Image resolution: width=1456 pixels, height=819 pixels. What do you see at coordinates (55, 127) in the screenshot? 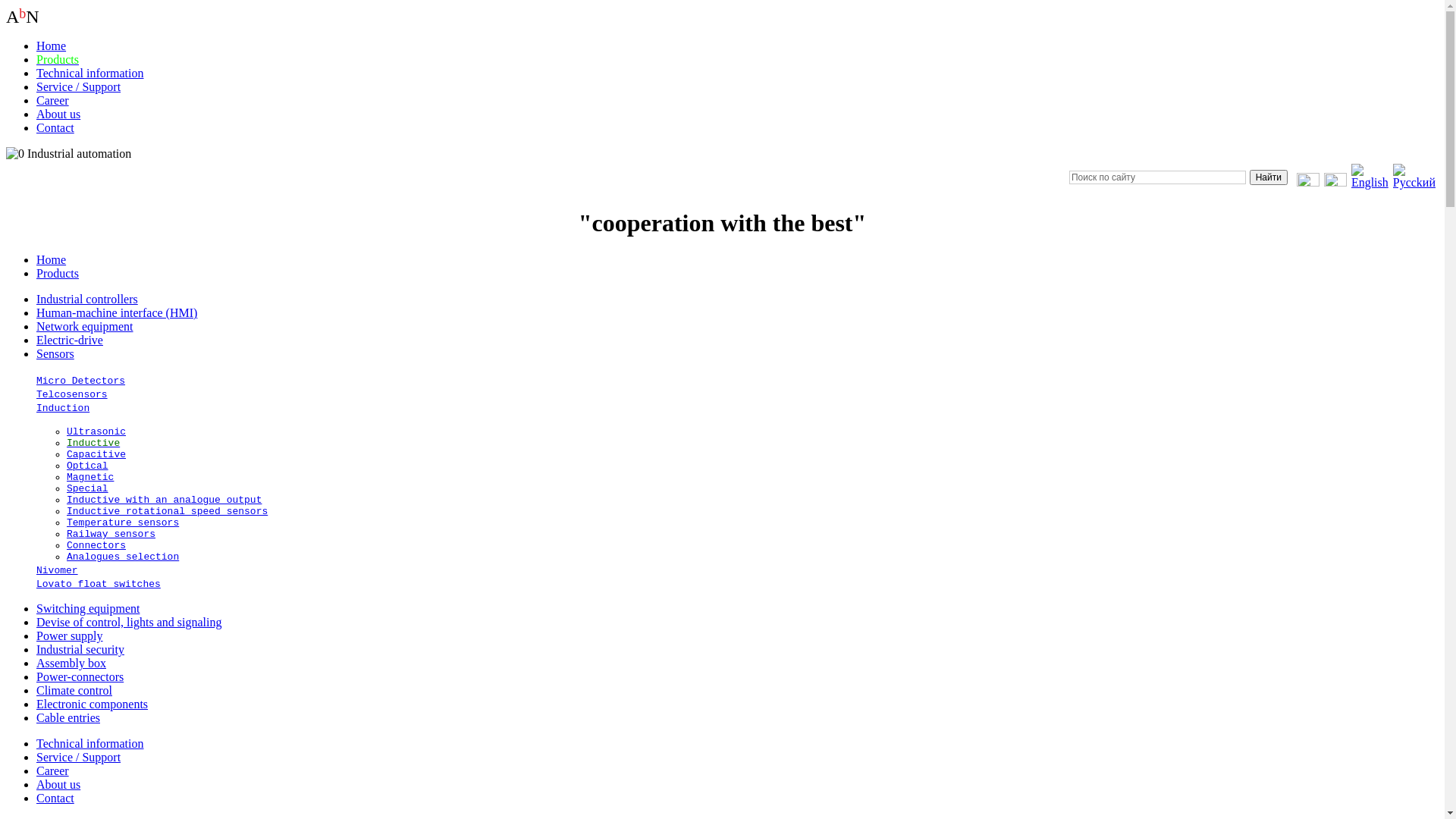
I see `'Contact'` at bounding box center [55, 127].